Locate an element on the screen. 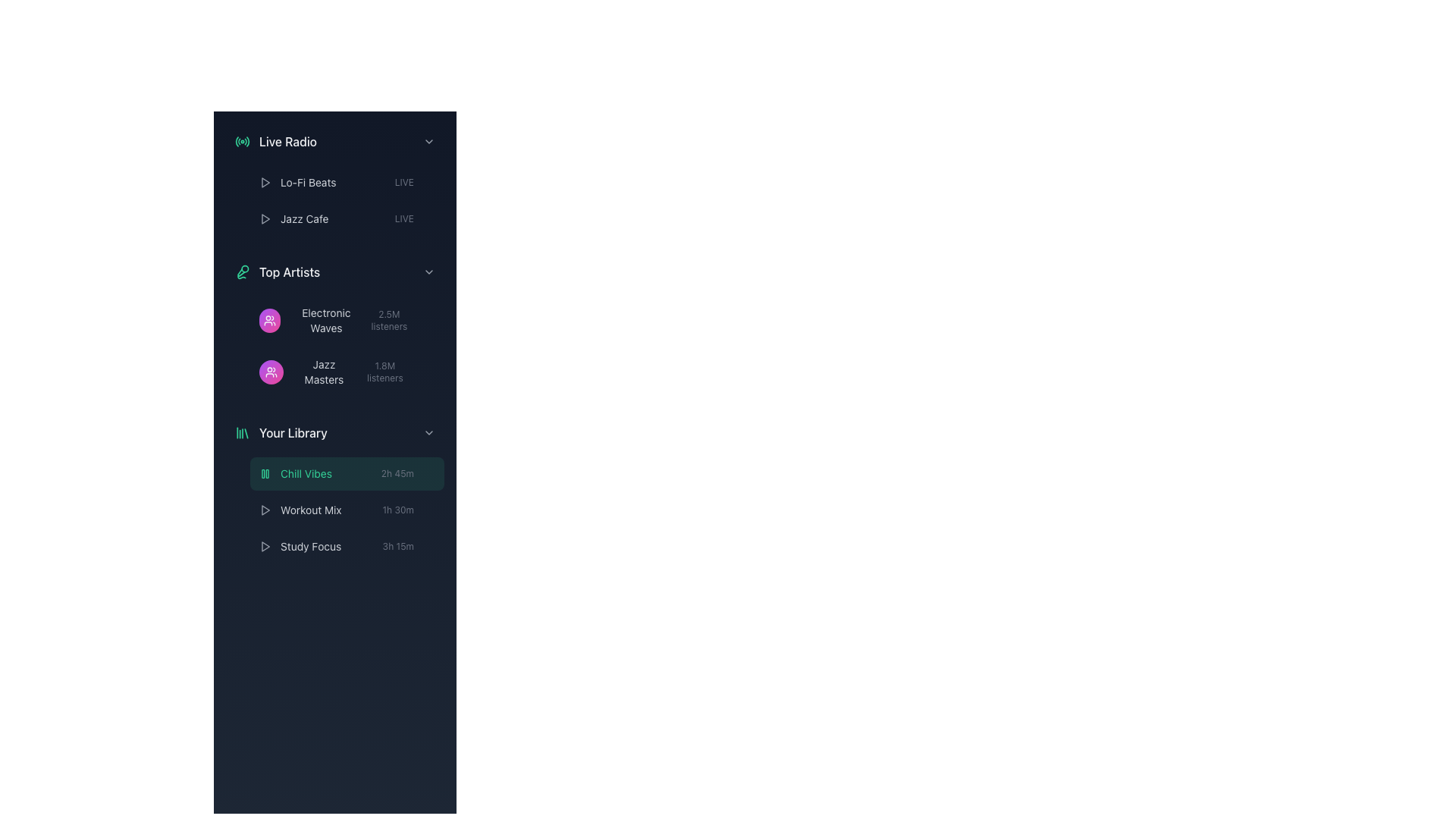  the chevron icon located at the far-right side of the 'Your Library' section is located at coordinates (428, 432).